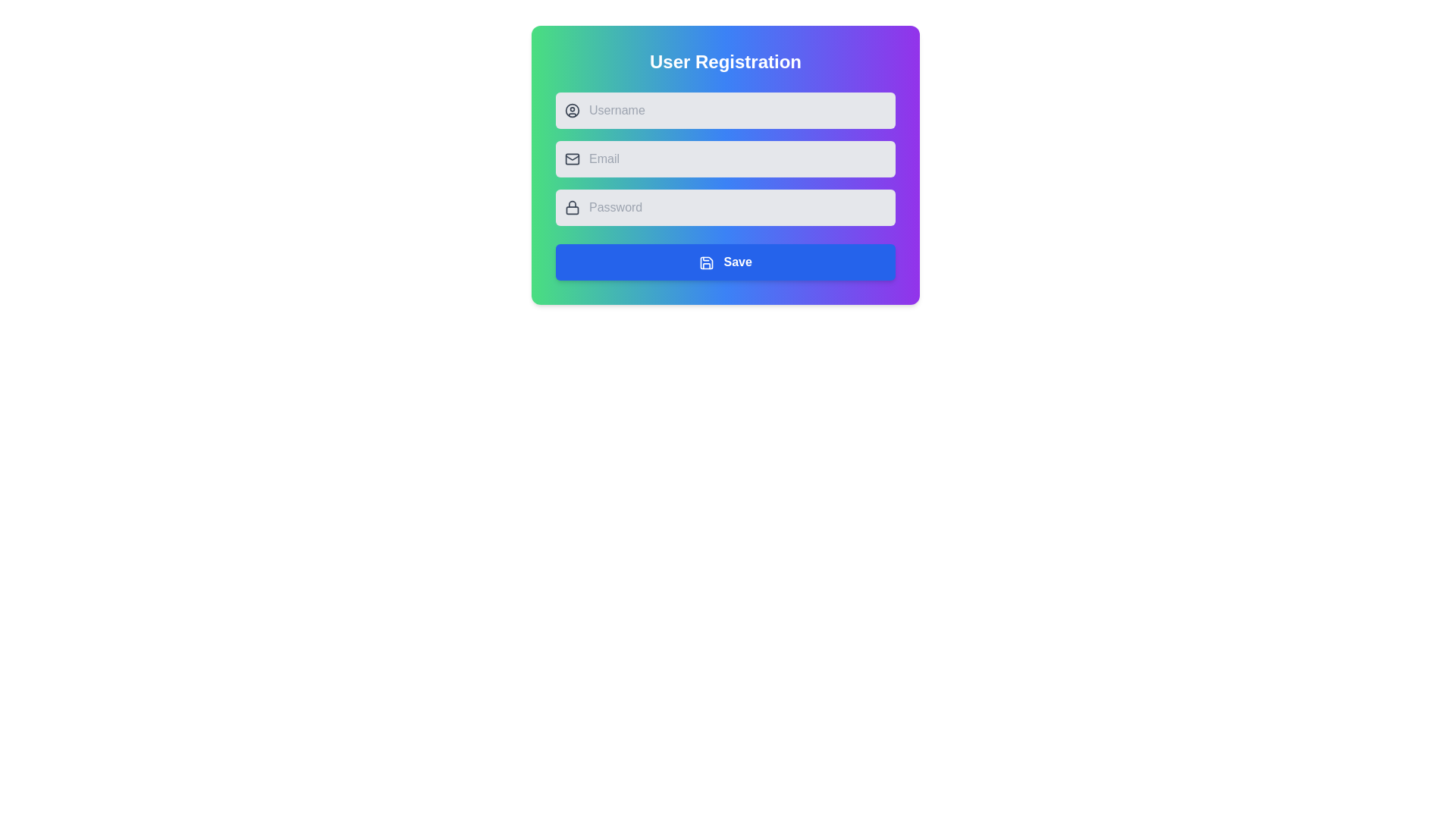 The image size is (1456, 819). Describe the element at coordinates (724, 207) in the screenshot. I see `the Password Input Field located in the User Registration form to focus on it` at that location.